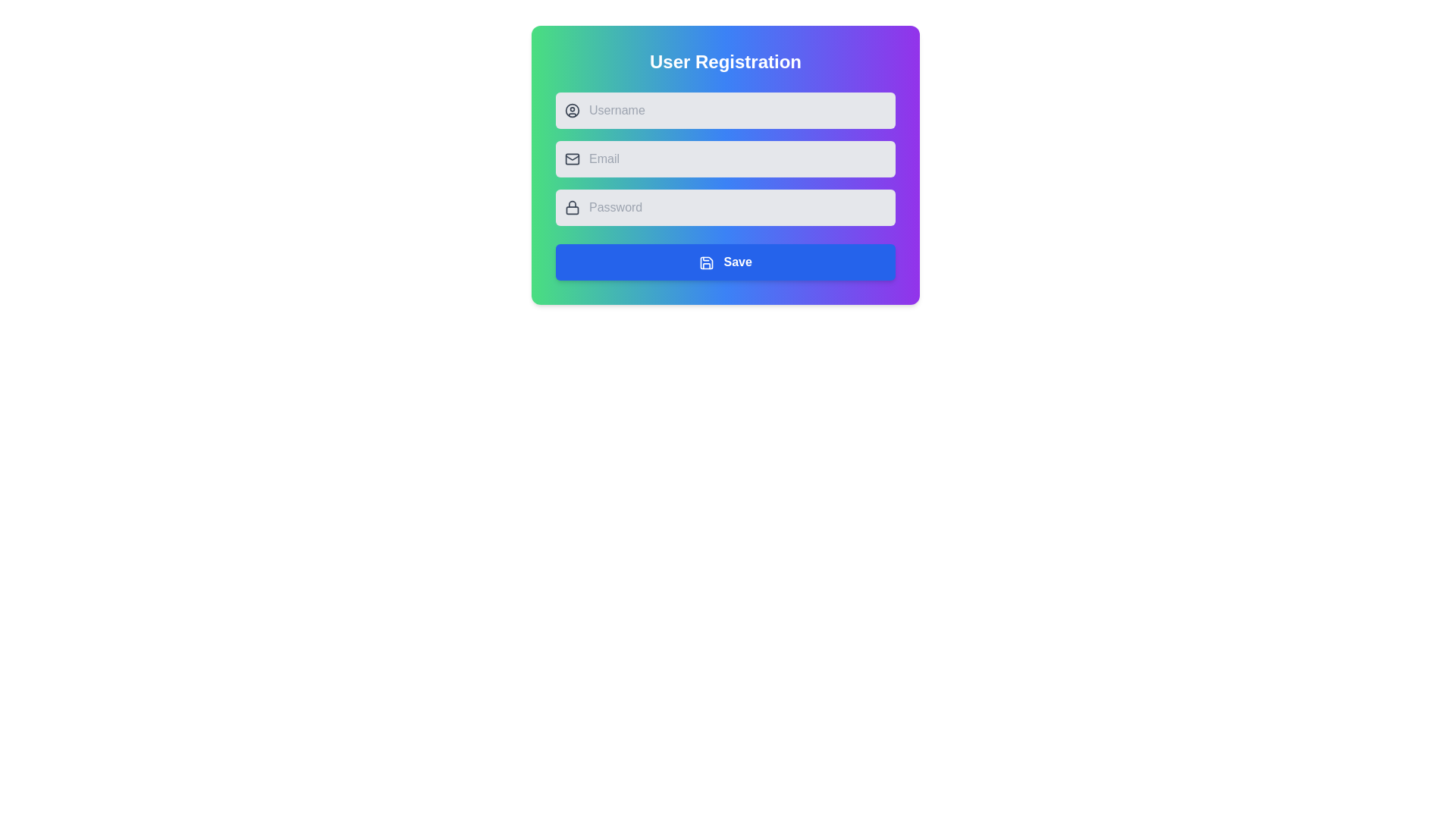 The image size is (1456, 819). Describe the element at coordinates (724, 207) in the screenshot. I see `the Password Input Field located in the User Registration form to focus on it` at that location.